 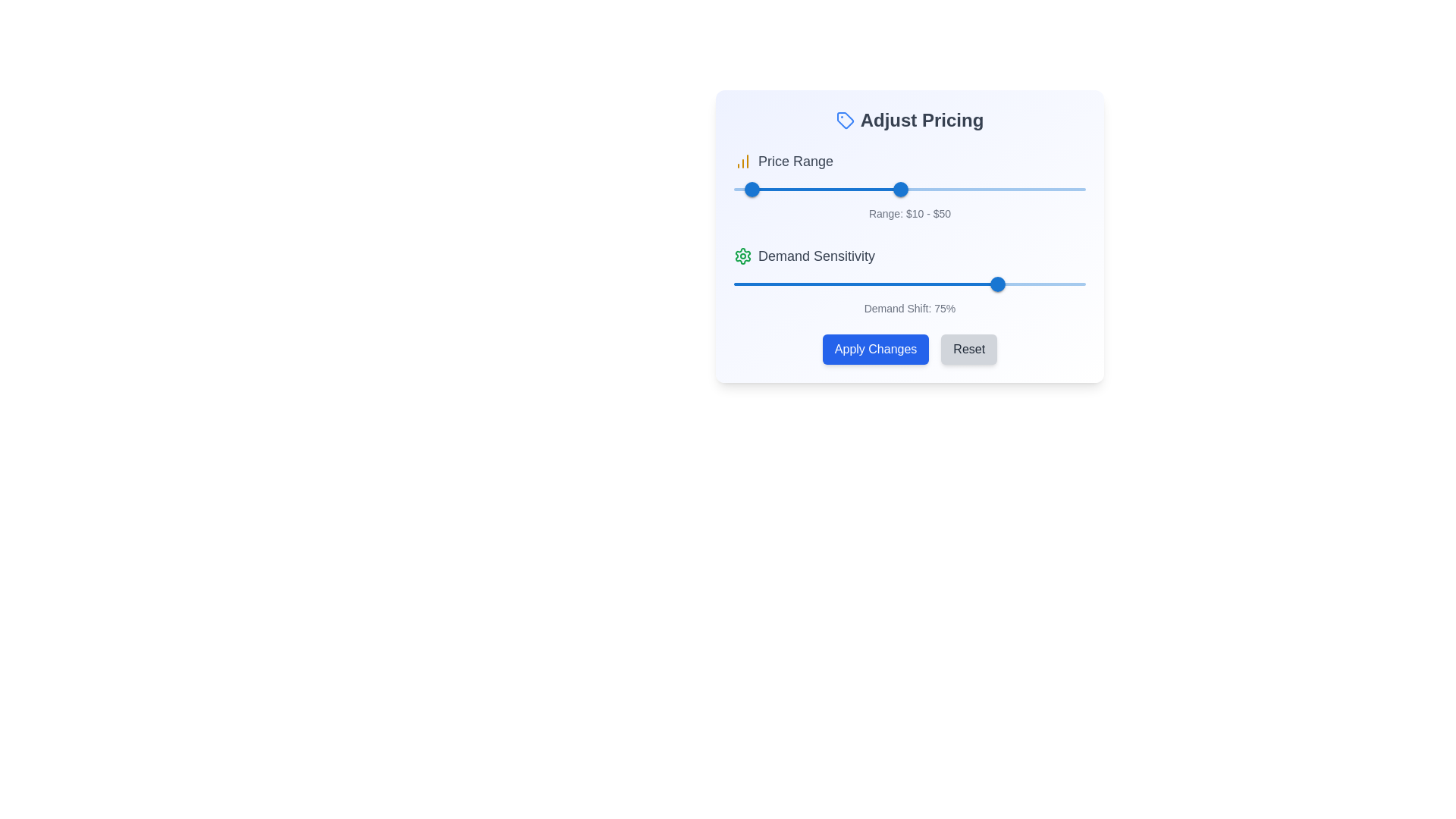 I want to click on the Price Range slider, so click(x=859, y=189).